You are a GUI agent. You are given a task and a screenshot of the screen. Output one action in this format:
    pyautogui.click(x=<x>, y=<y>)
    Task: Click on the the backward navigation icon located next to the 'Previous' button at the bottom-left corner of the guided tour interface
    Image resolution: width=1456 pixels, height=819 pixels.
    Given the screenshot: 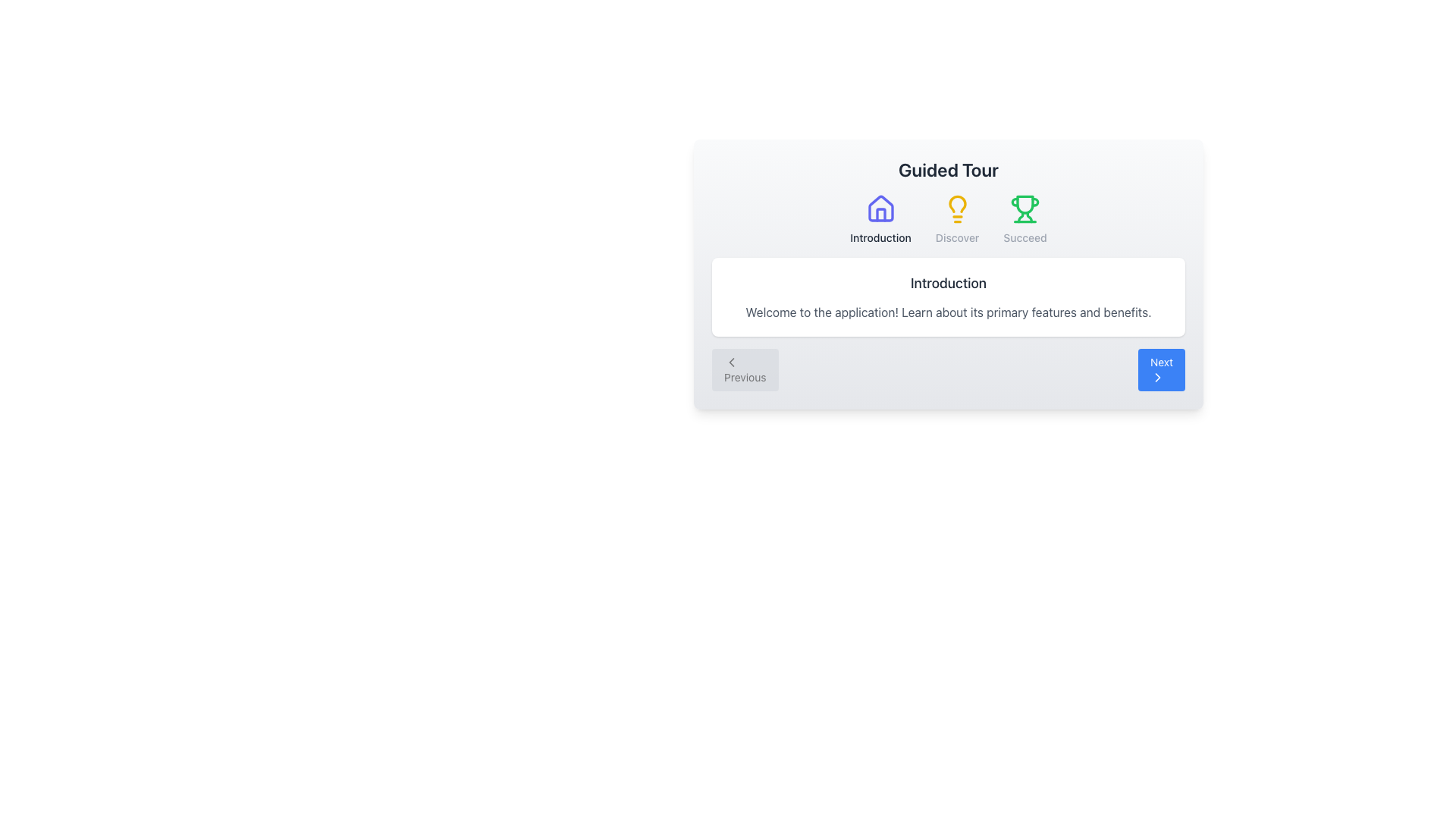 What is the action you would take?
    pyautogui.click(x=731, y=362)
    